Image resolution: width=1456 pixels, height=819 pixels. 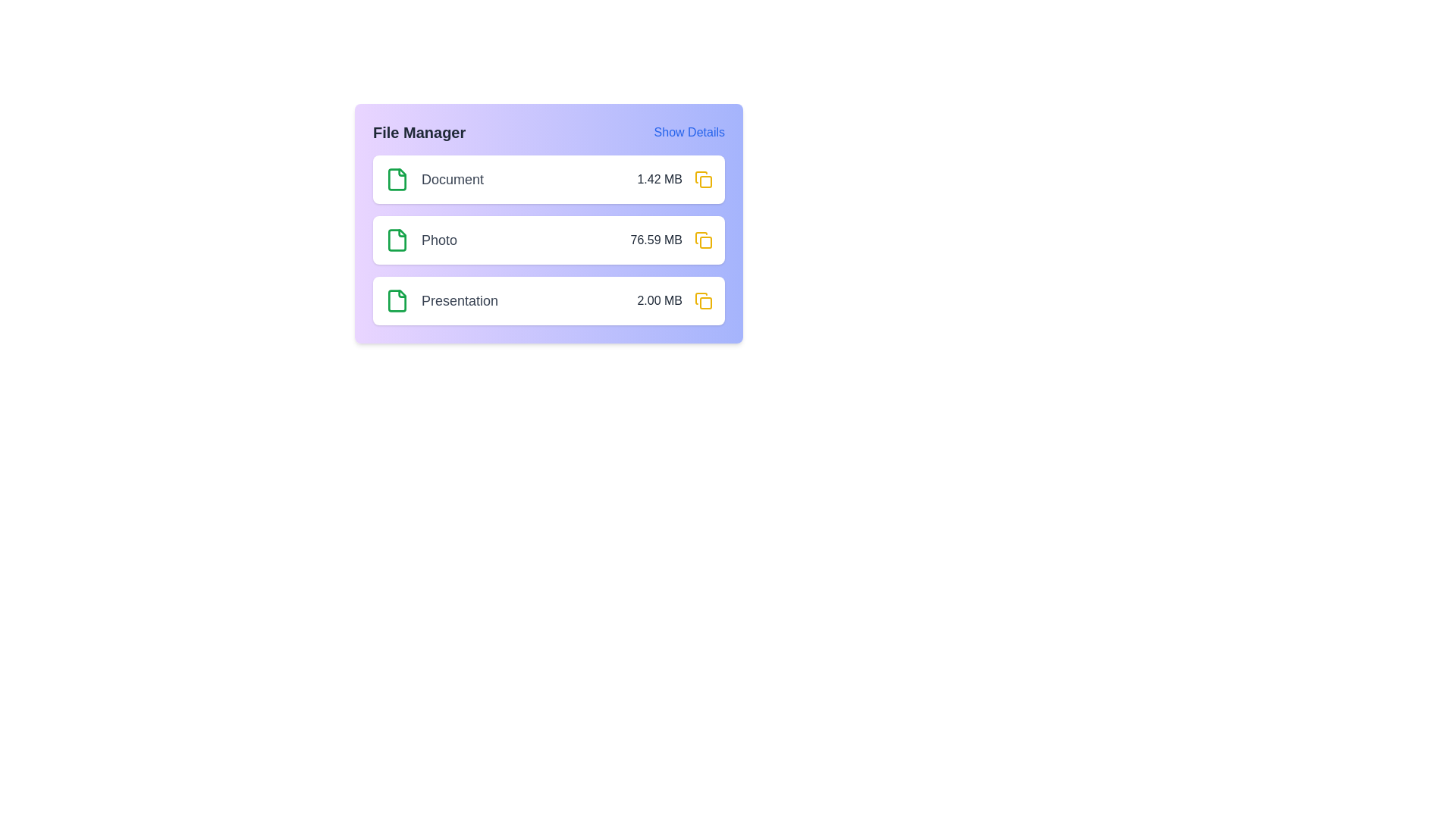 I want to click on the copy button located in the top right of the entry row labeled 'Document', next to the text description '1.42 MB', to copy associated data, so click(x=702, y=178).